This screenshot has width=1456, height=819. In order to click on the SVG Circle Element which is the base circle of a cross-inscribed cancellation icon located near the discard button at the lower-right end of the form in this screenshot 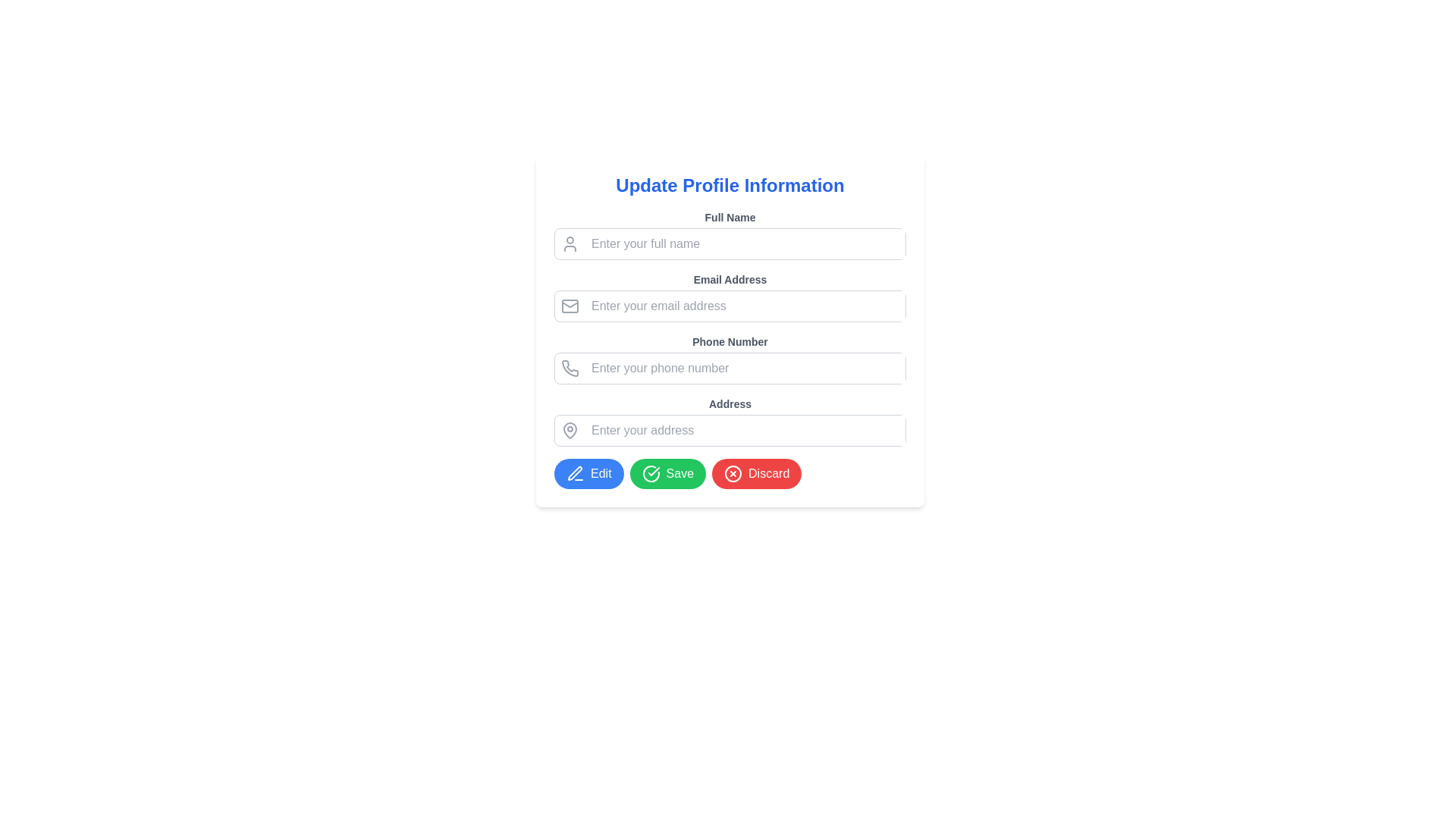, I will do `click(733, 472)`.